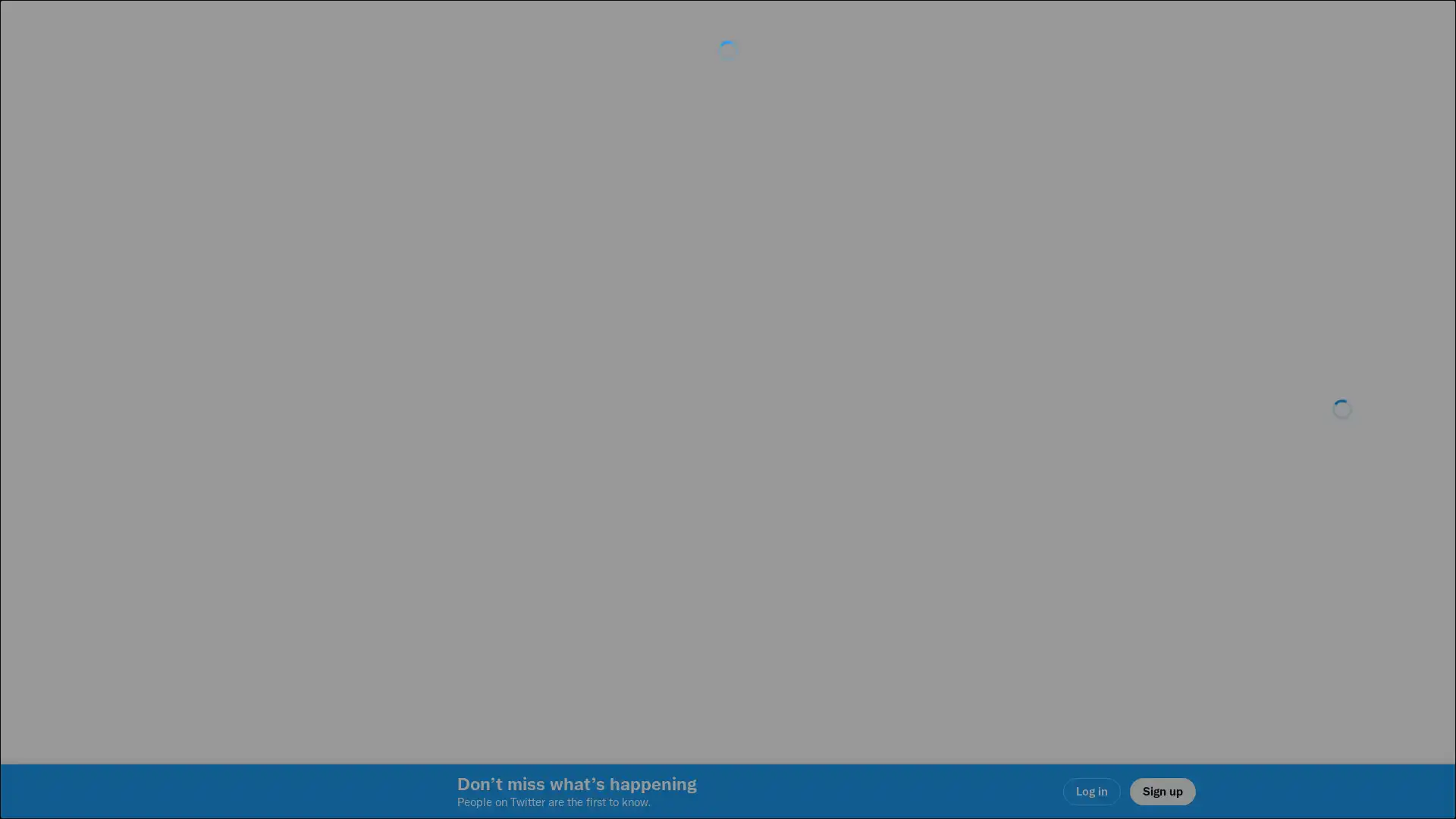  What do you see at coordinates (548, 516) in the screenshot?
I see `Sign up` at bounding box center [548, 516].